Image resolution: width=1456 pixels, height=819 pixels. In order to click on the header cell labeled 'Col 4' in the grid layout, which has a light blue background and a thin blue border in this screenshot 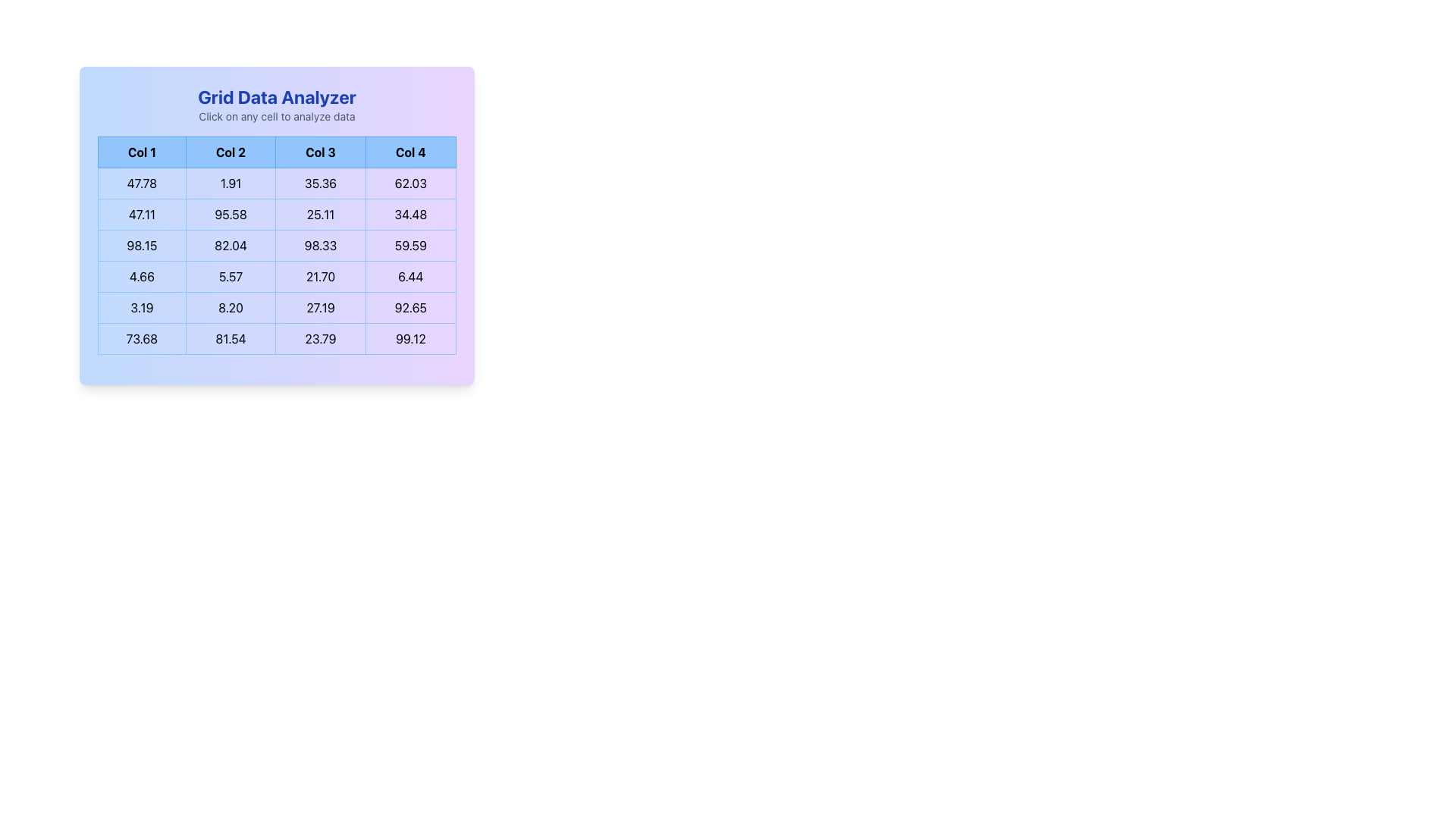, I will do `click(410, 152)`.